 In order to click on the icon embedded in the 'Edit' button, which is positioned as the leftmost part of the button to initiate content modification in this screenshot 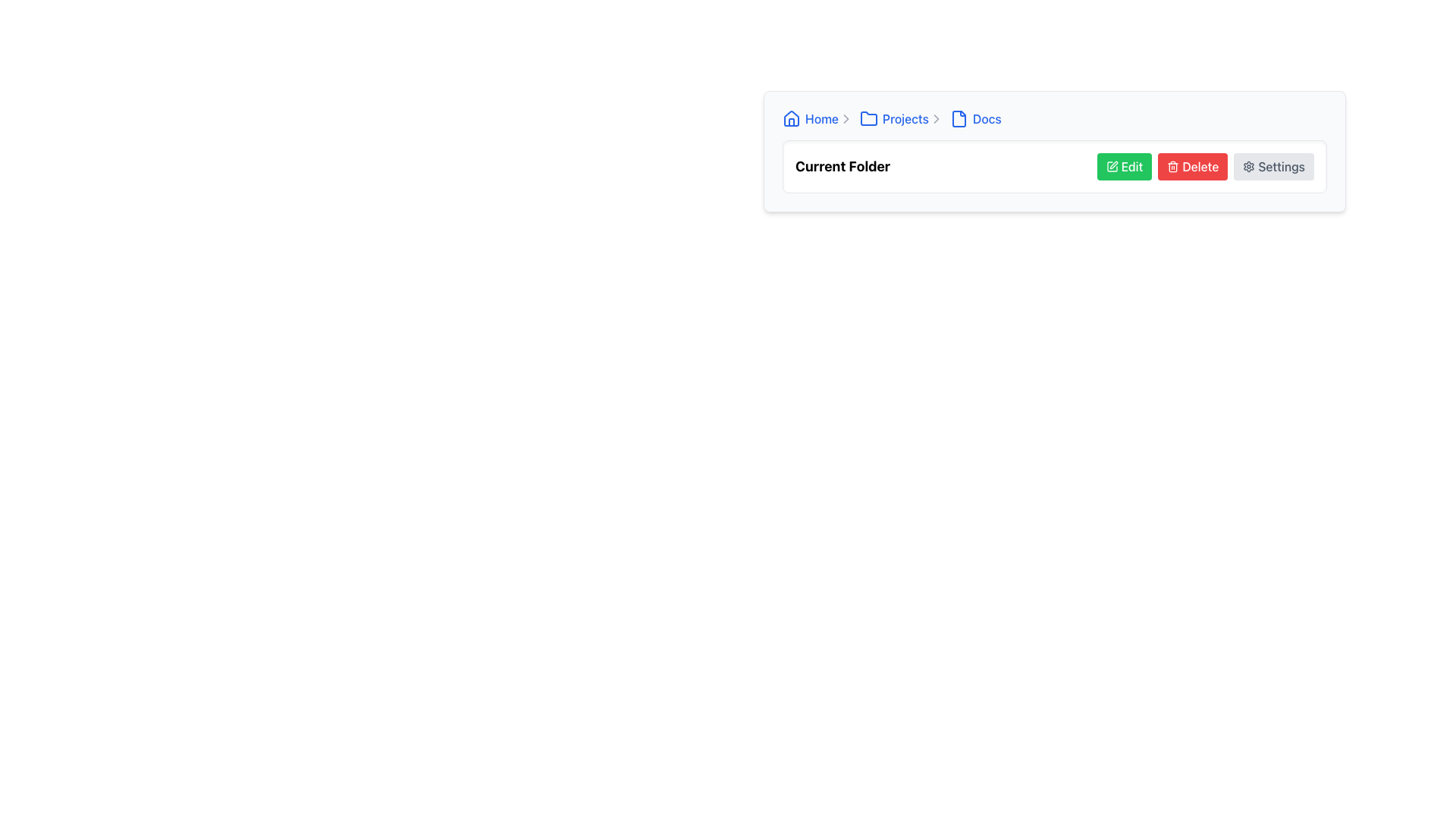, I will do `click(1111, 166)`.